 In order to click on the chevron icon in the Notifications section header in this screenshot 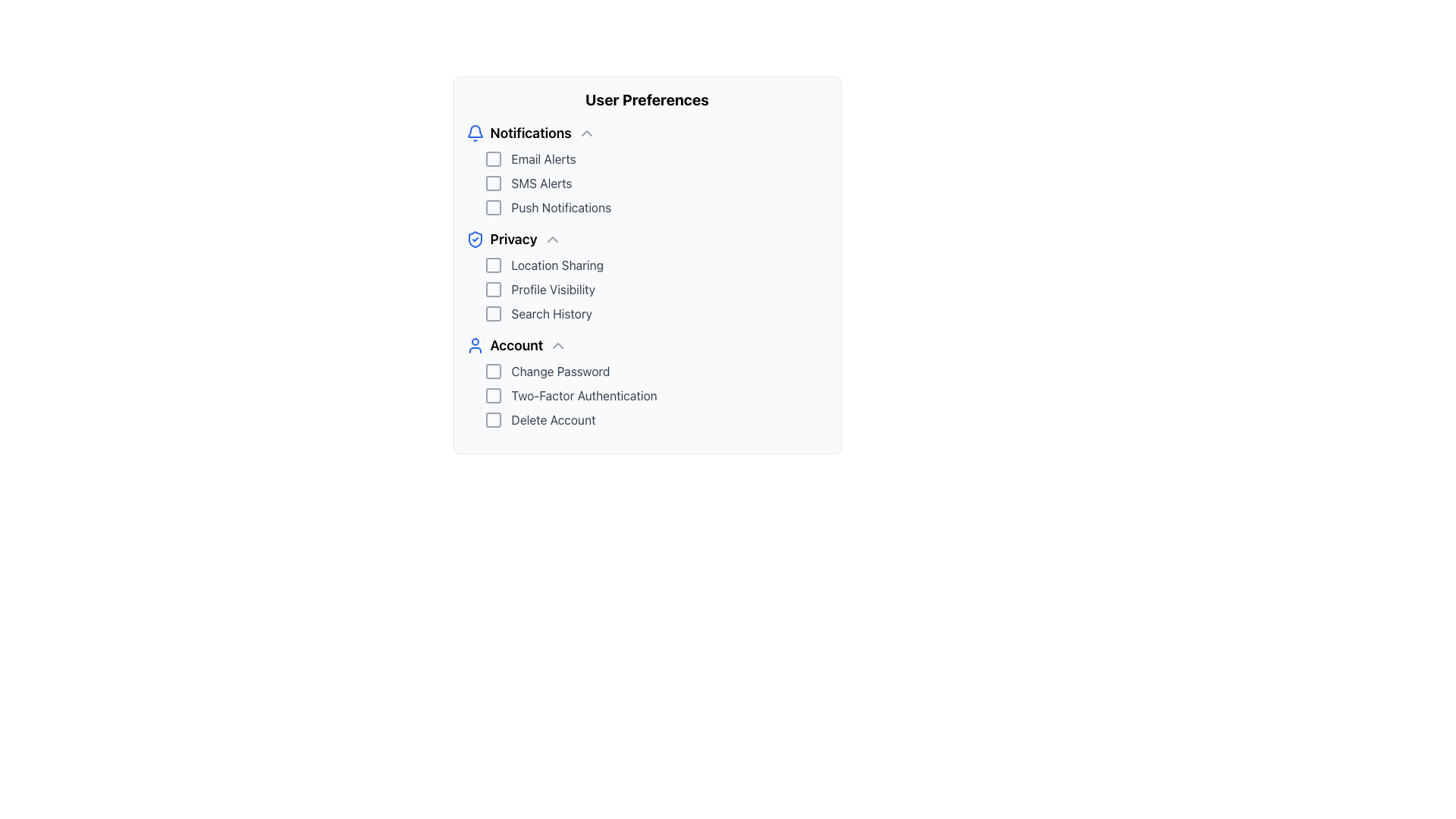, I will do `click(585, 133)`.